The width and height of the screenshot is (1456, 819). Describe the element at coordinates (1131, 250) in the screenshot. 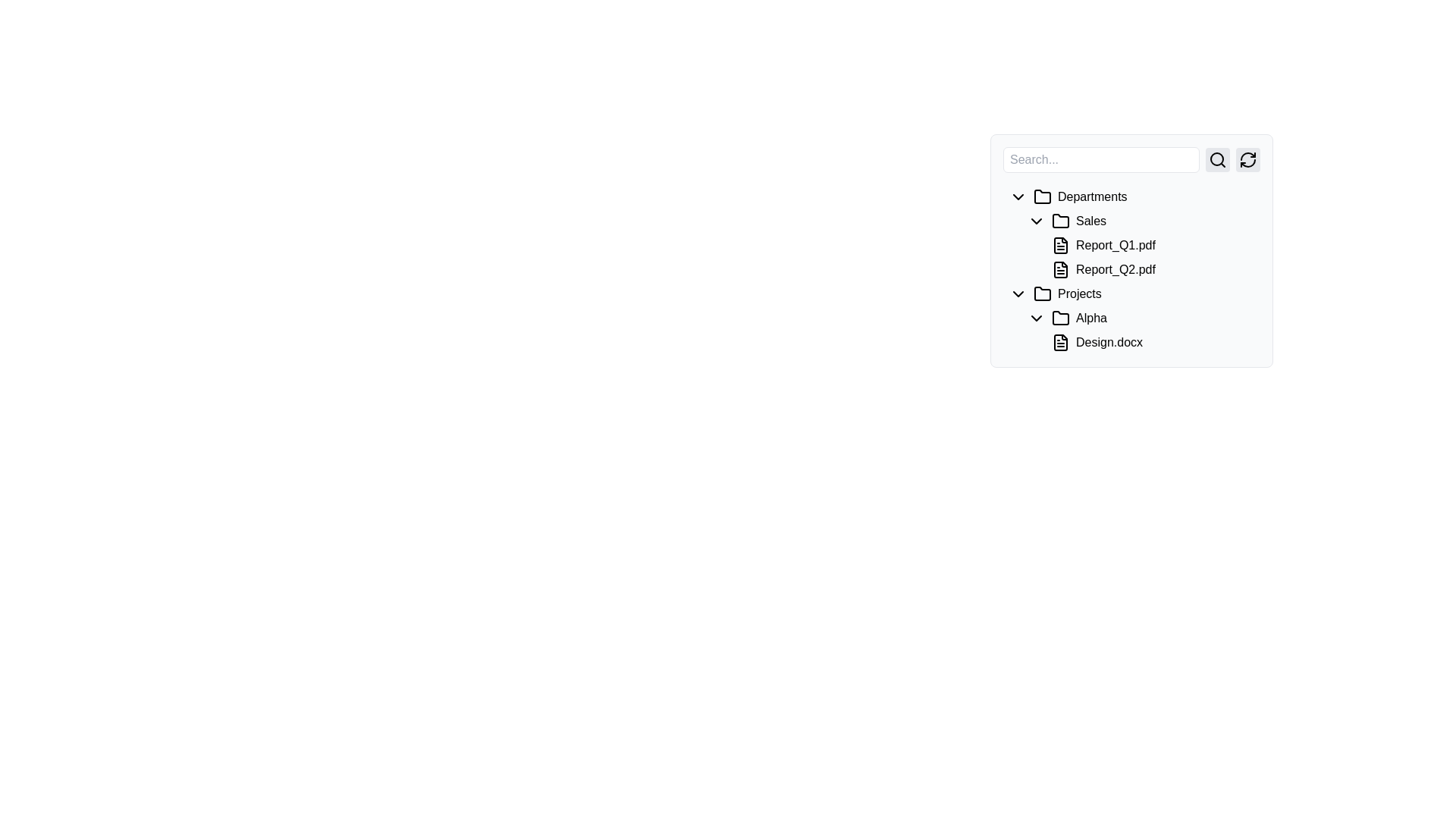

I see `the Tree item representing the file 'Report_Q1.pdf' located under the 'Sales' folder` at that location.